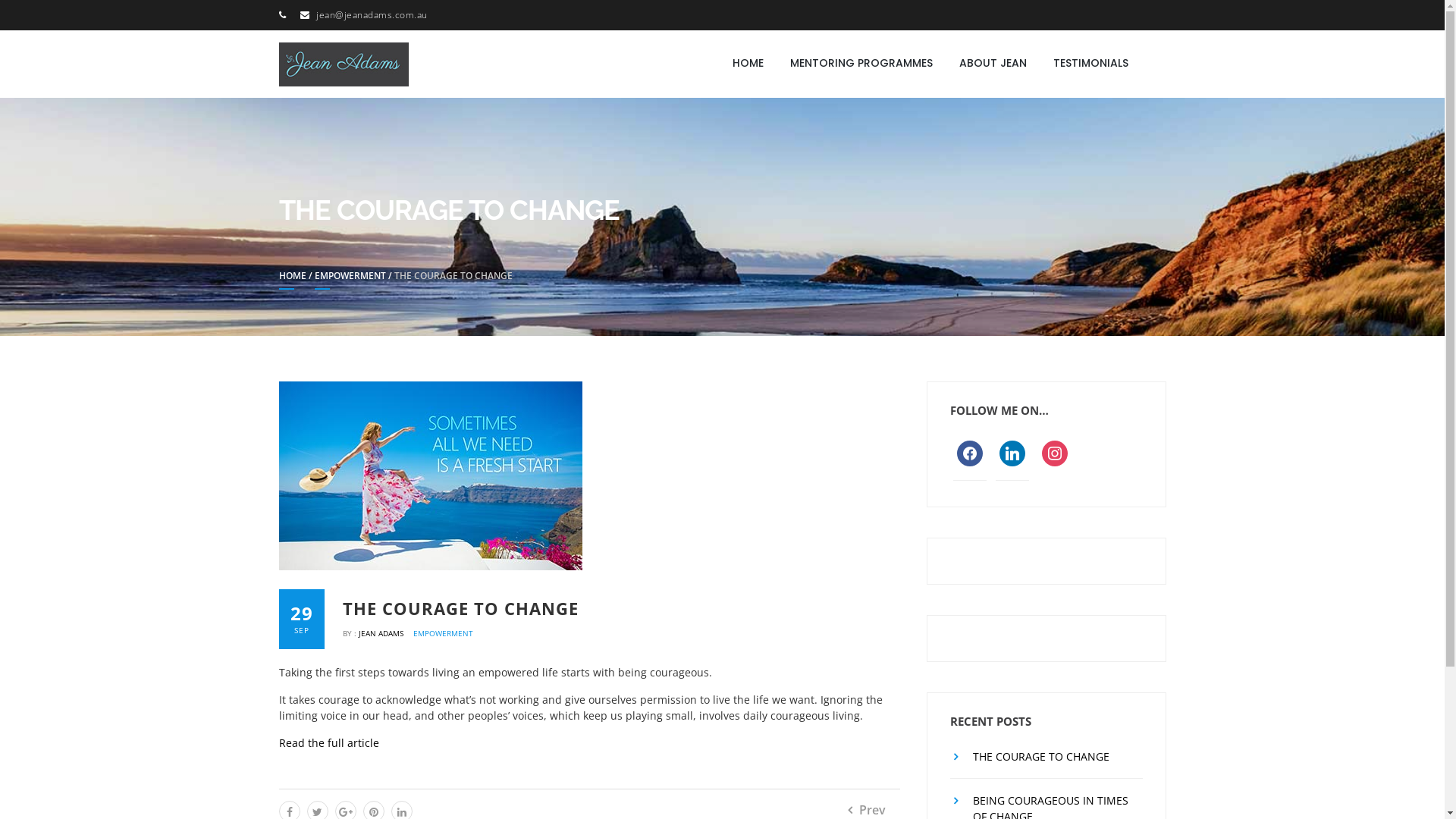 Image resolution: width=1456 pixels, height=819 pixels. Describe the element at coordinates (993, 62) in the screenshot. I see `'ABOUT JEAN'` at that location.